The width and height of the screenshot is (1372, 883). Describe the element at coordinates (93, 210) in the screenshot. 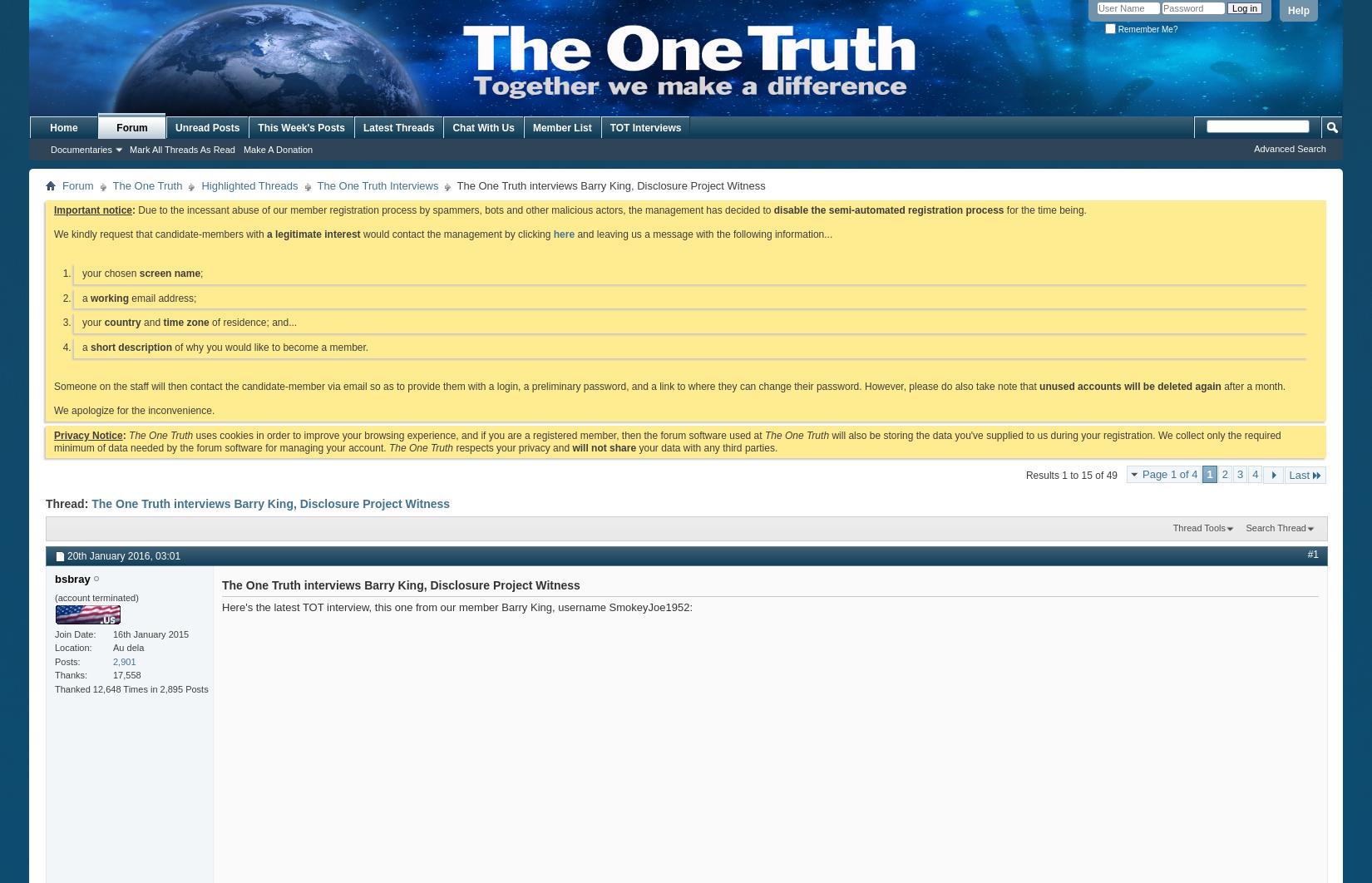

I see `'Important notice'` at that location.